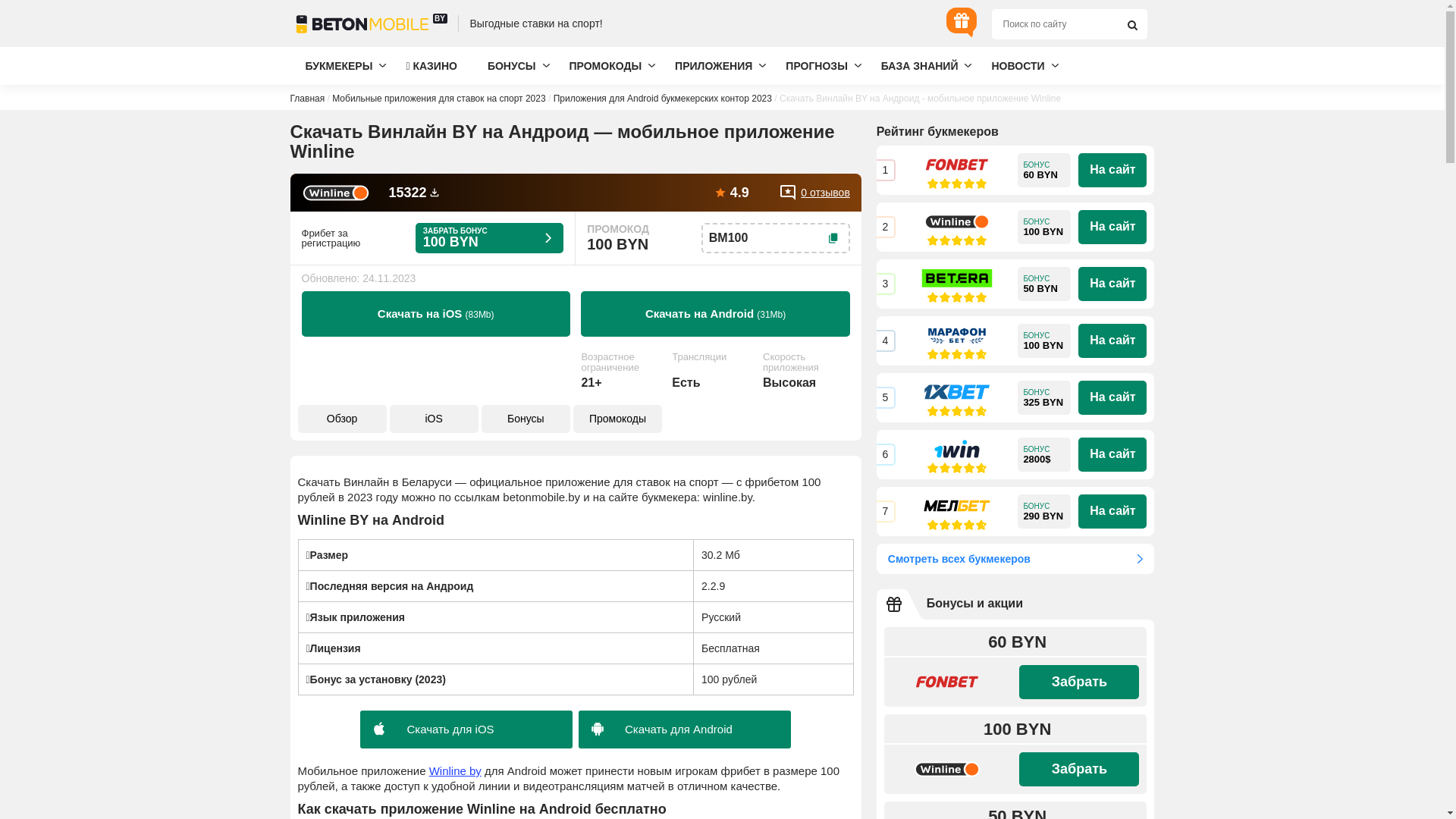 This screenshot has width=1456, height=819. Describe the element at coordinates (1043, 453) in the screenshot. I see `'2800$'` at that location.